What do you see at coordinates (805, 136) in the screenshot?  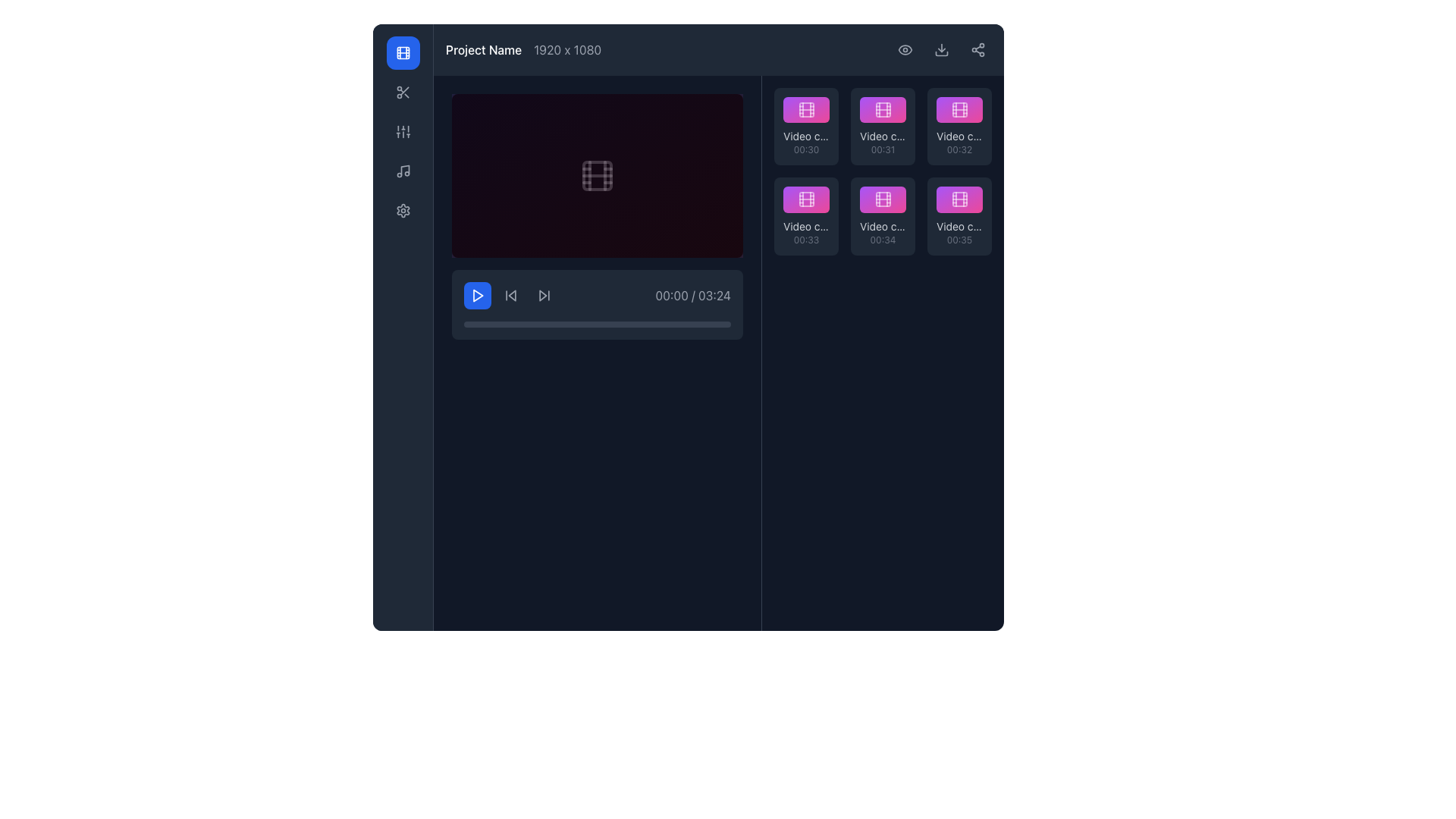 I see `the static text label reading 'Video clip 1' styled in gray and small size, located in the bottom-middle part of the first card in the right-hand panel` at bounding box center [805, 136].